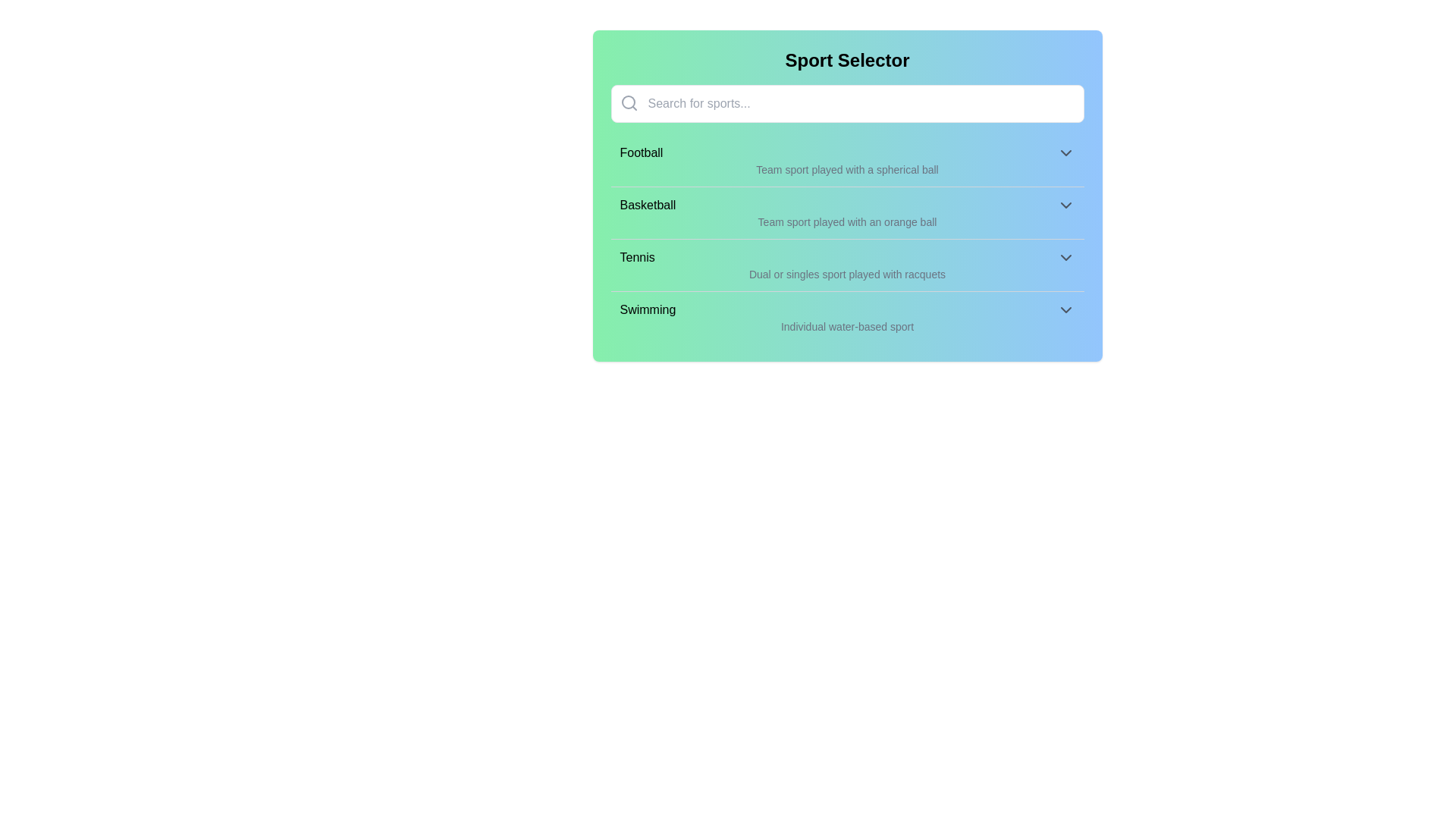  What do you see at coordinates (846, 60) in the screenshot?
I see `the bold, centered heading text 'Sport Selector' at the top of the card-like structure with a gradient background` at bounding box center [846, 60].